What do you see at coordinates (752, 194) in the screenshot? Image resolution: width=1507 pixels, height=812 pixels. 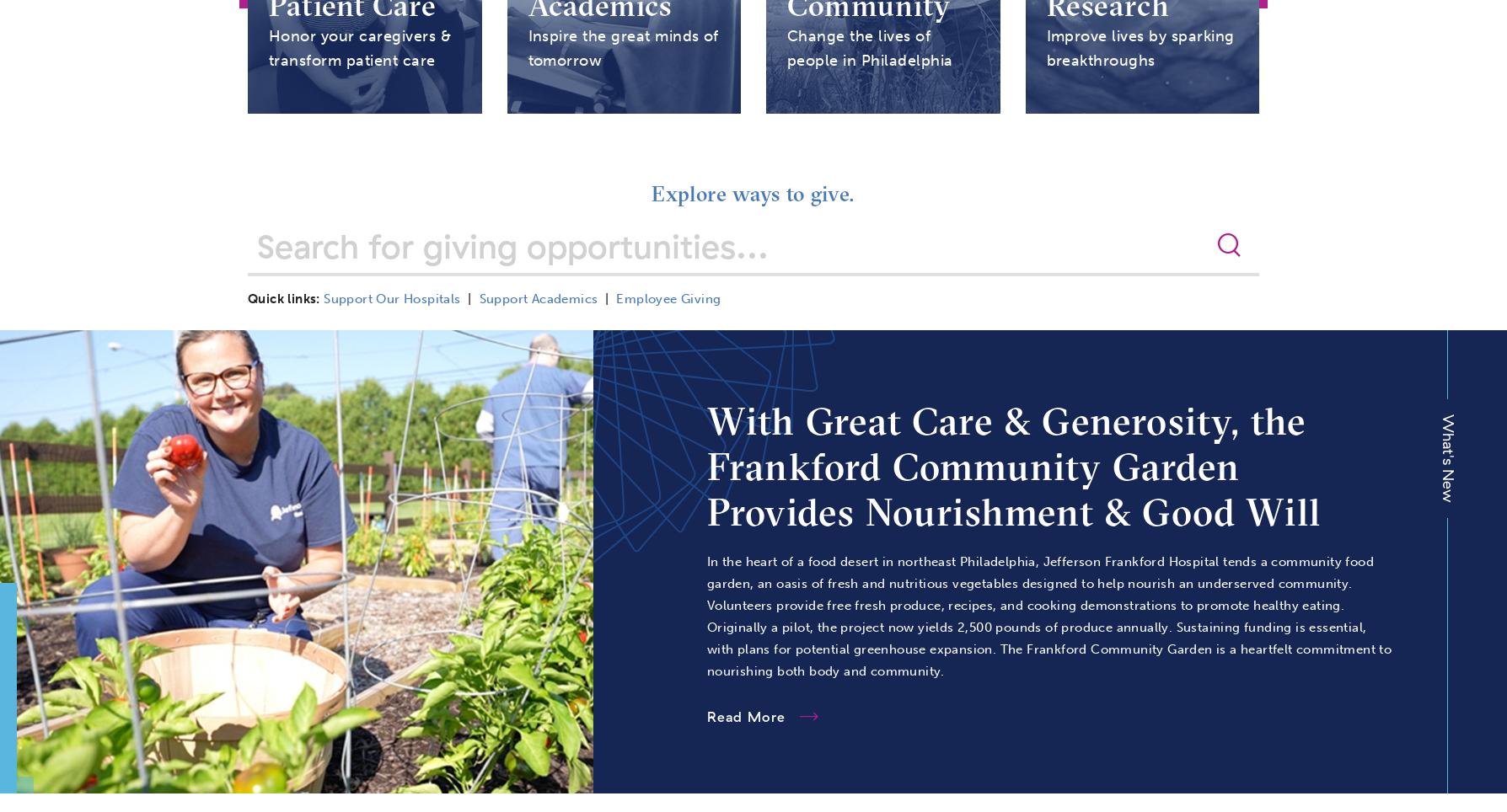 I see `'Explore ways to give.'` at bounding box center [752, 194].